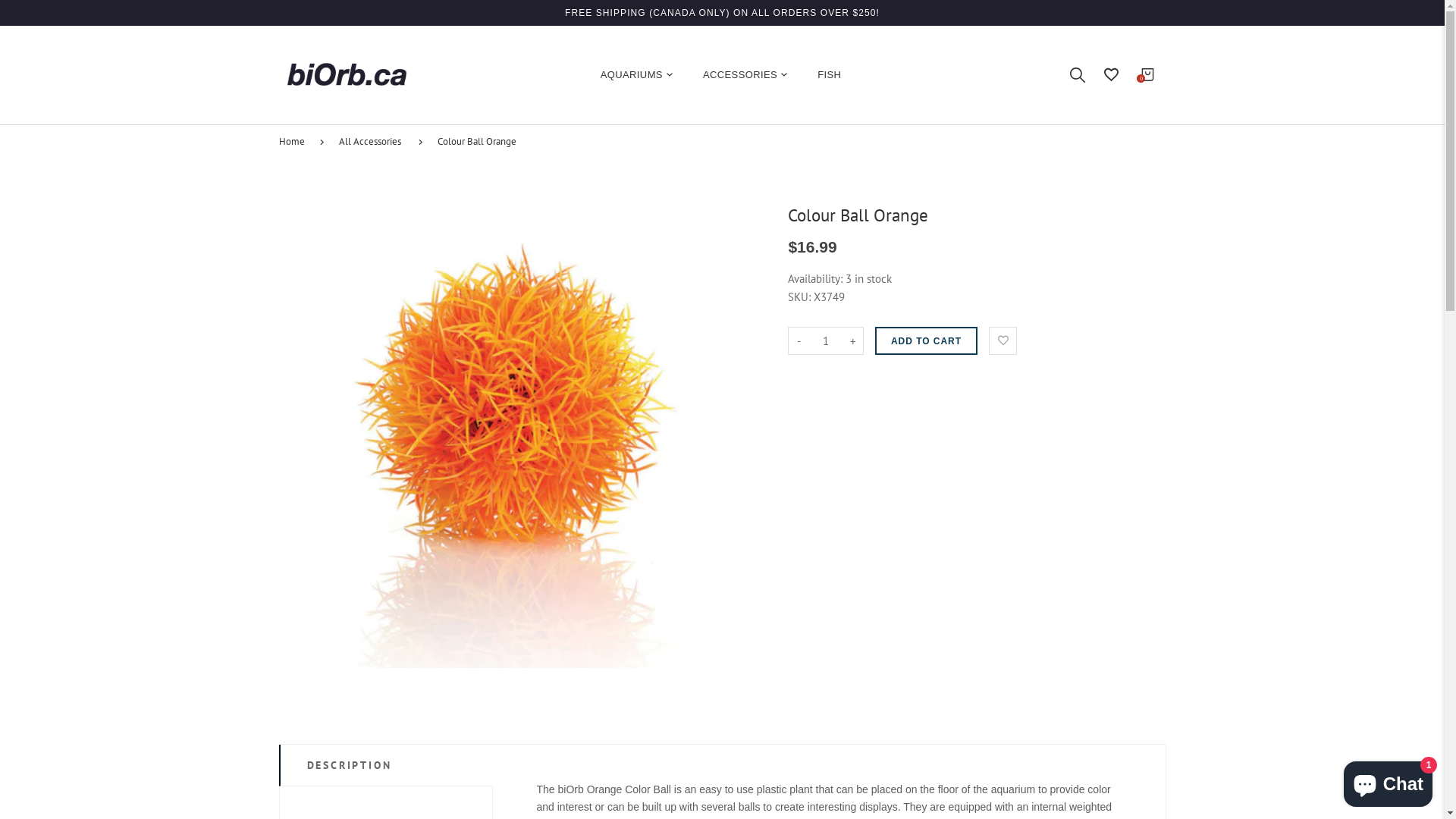 This screenshot has width=1456, height=819. Describe the element at coordinates (1003, 340) in the screenshot. I see `'Add to Wishlist'` at that location.